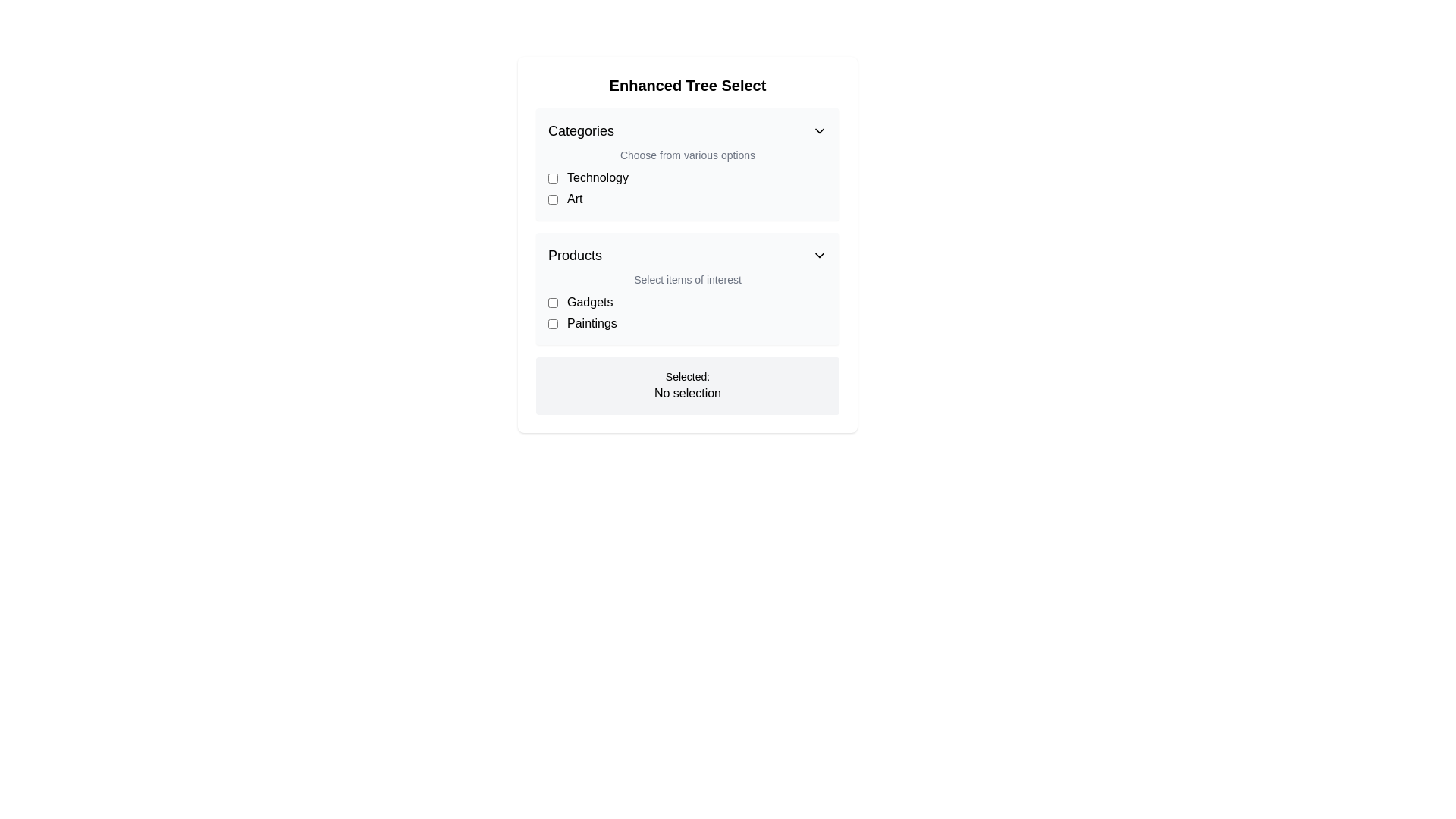 Image resolution: width=1456 pixels, height=819 pixels. Describe the element at coordinates (589, 302) in the screenshot. I see `the 'Gadgets' label in the 'Products' dropdown, located to the right of a checkbox and above the 'Paintings' item` at that location.